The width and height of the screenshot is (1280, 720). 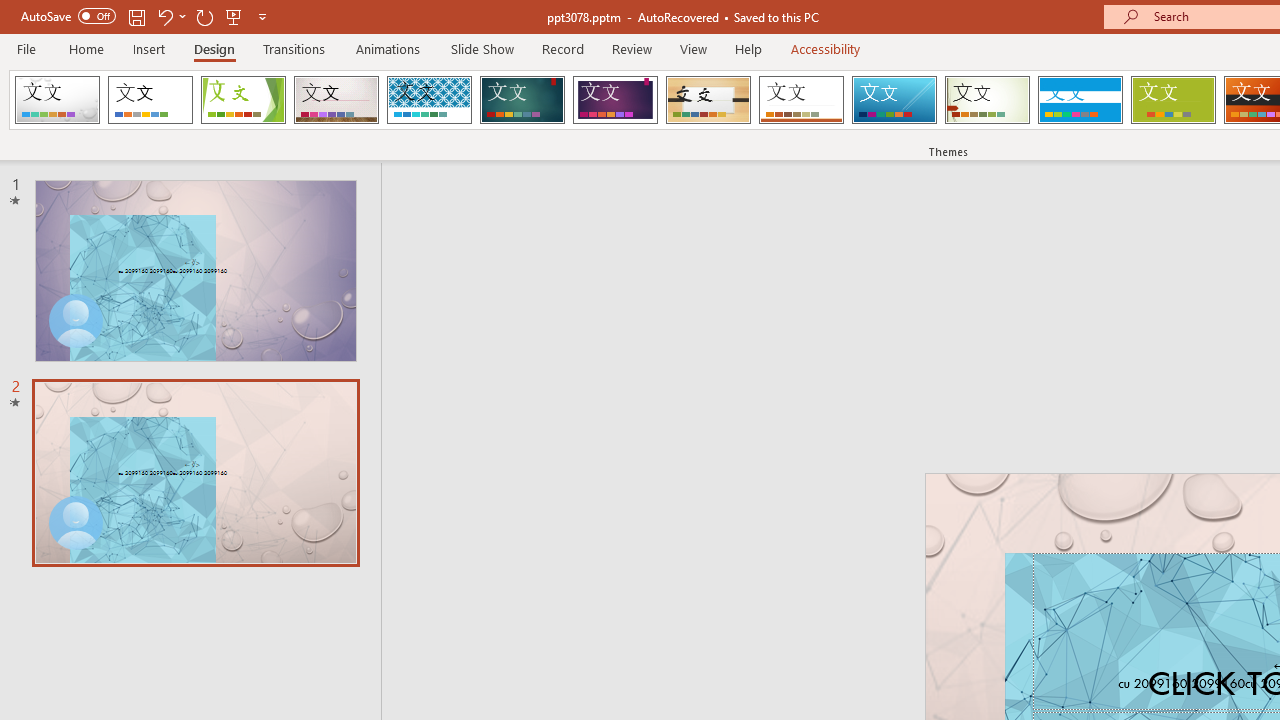 What do you see at coordinates (336, 100) in the screenshot?
I see `'Gallery'` at bounding box center [336, 100].